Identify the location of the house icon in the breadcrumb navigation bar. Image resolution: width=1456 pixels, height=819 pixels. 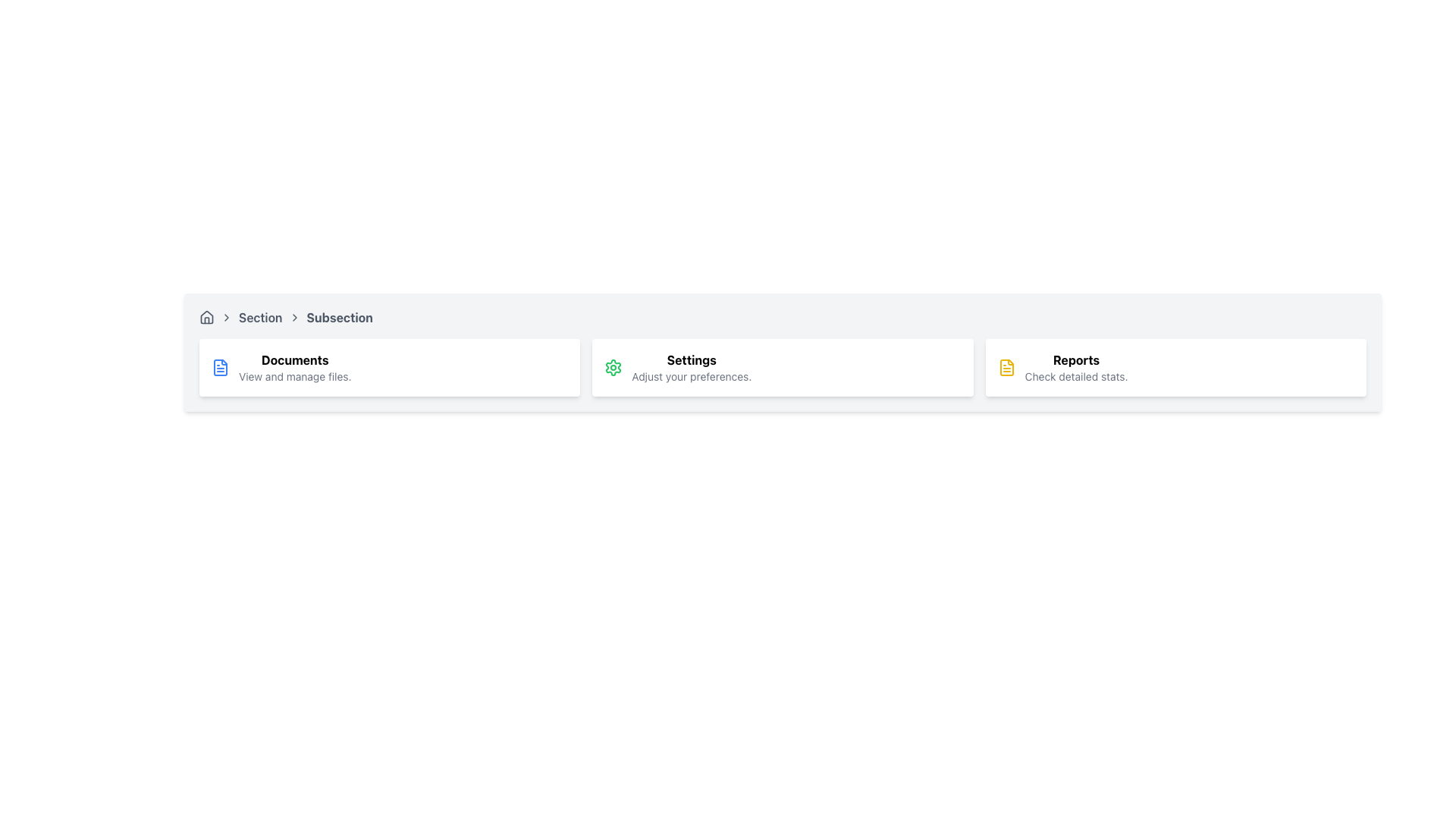
(206, 315).